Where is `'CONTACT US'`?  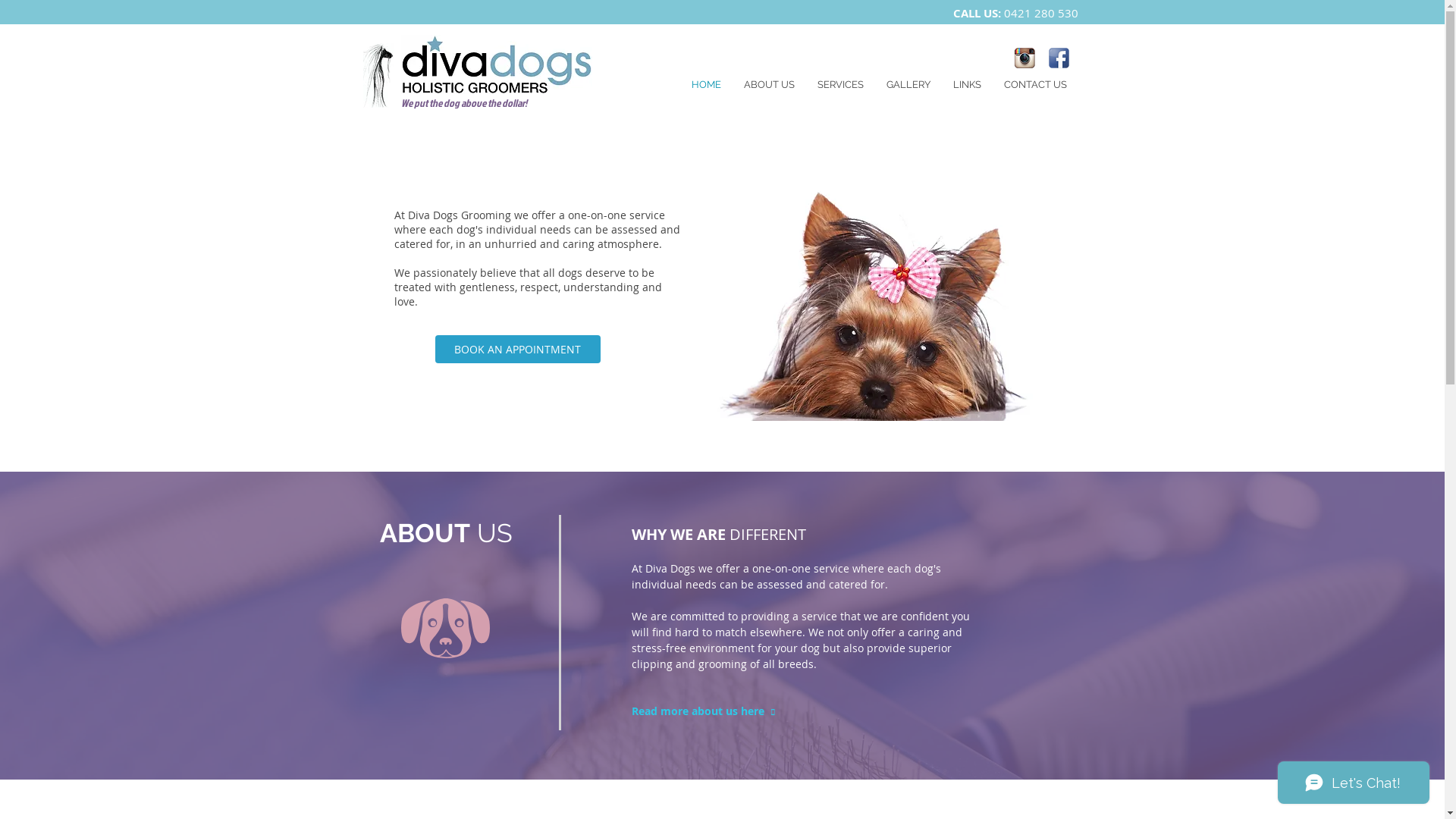 'CONTACT US' is located at coordinates (1034, 84).